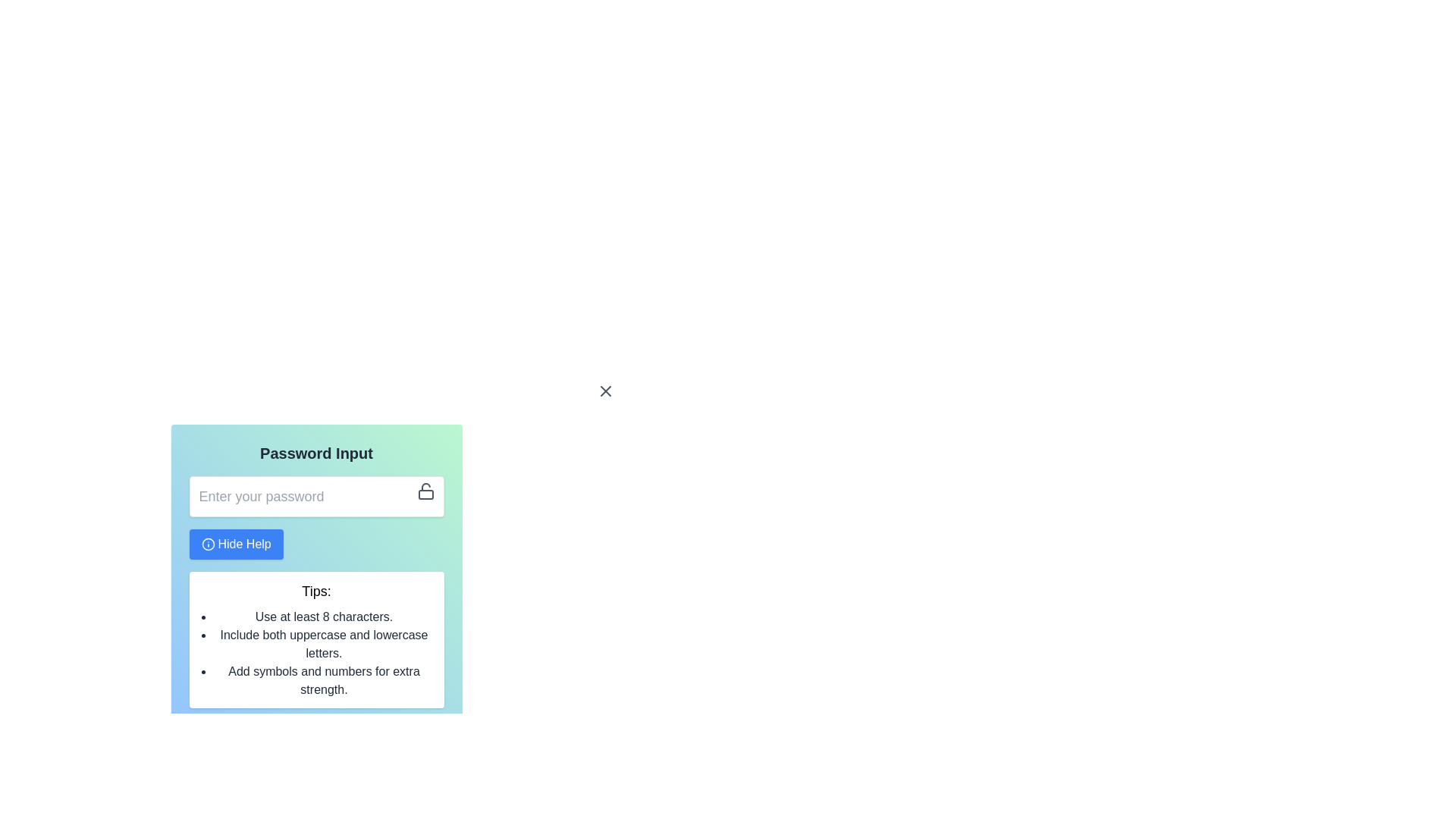  What do you see at coordinates (323, 644) in the screenshot?
I see `guideline text 'Include both uppercase and lowercase letters.' located in the bullet point list under the 'Tips' section of the 'Password Input' header` at bounding box center [323, 644].